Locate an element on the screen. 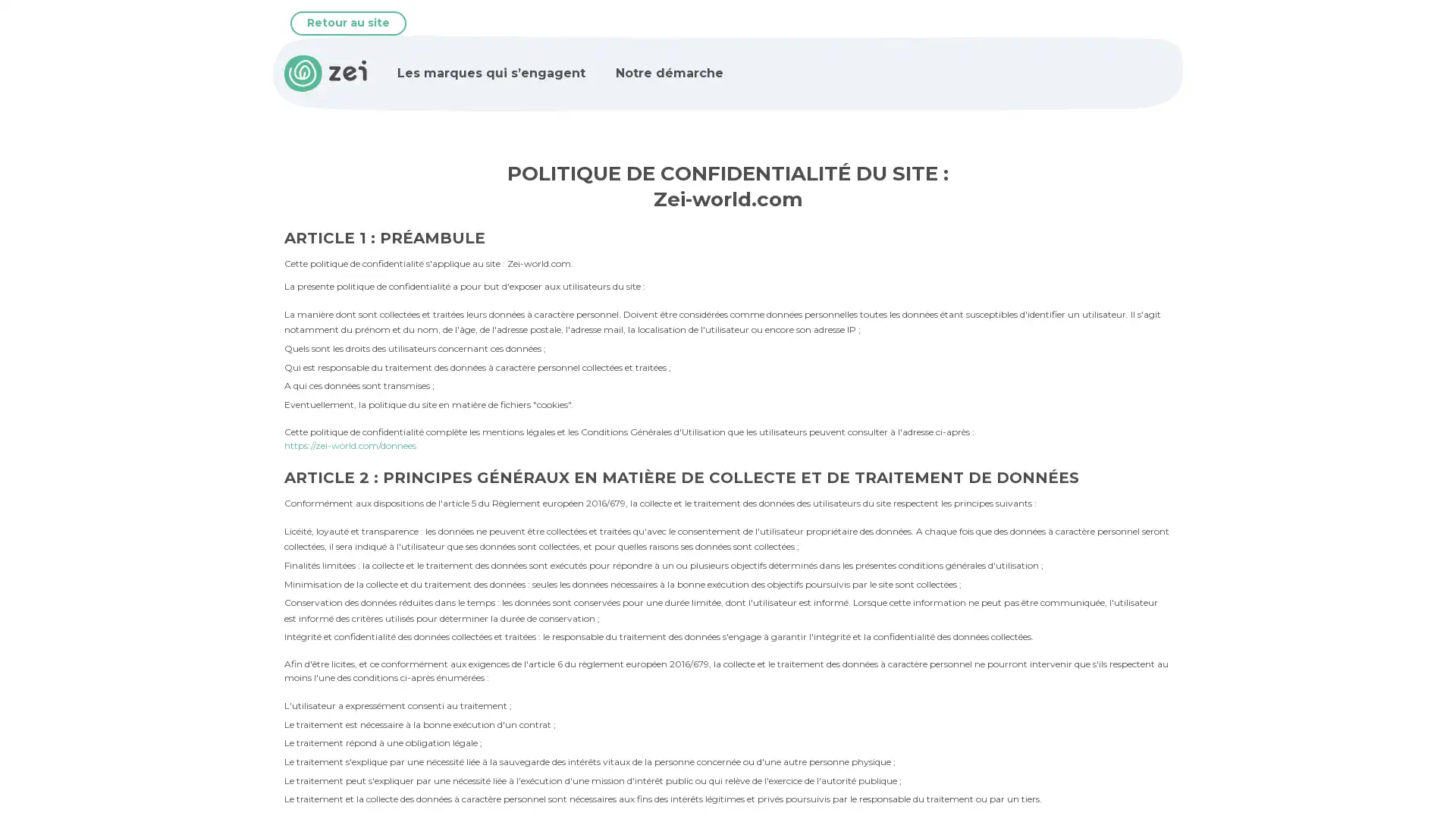 The image size is (1456, 819). Tout accepter is located at coordinates (155, 717).